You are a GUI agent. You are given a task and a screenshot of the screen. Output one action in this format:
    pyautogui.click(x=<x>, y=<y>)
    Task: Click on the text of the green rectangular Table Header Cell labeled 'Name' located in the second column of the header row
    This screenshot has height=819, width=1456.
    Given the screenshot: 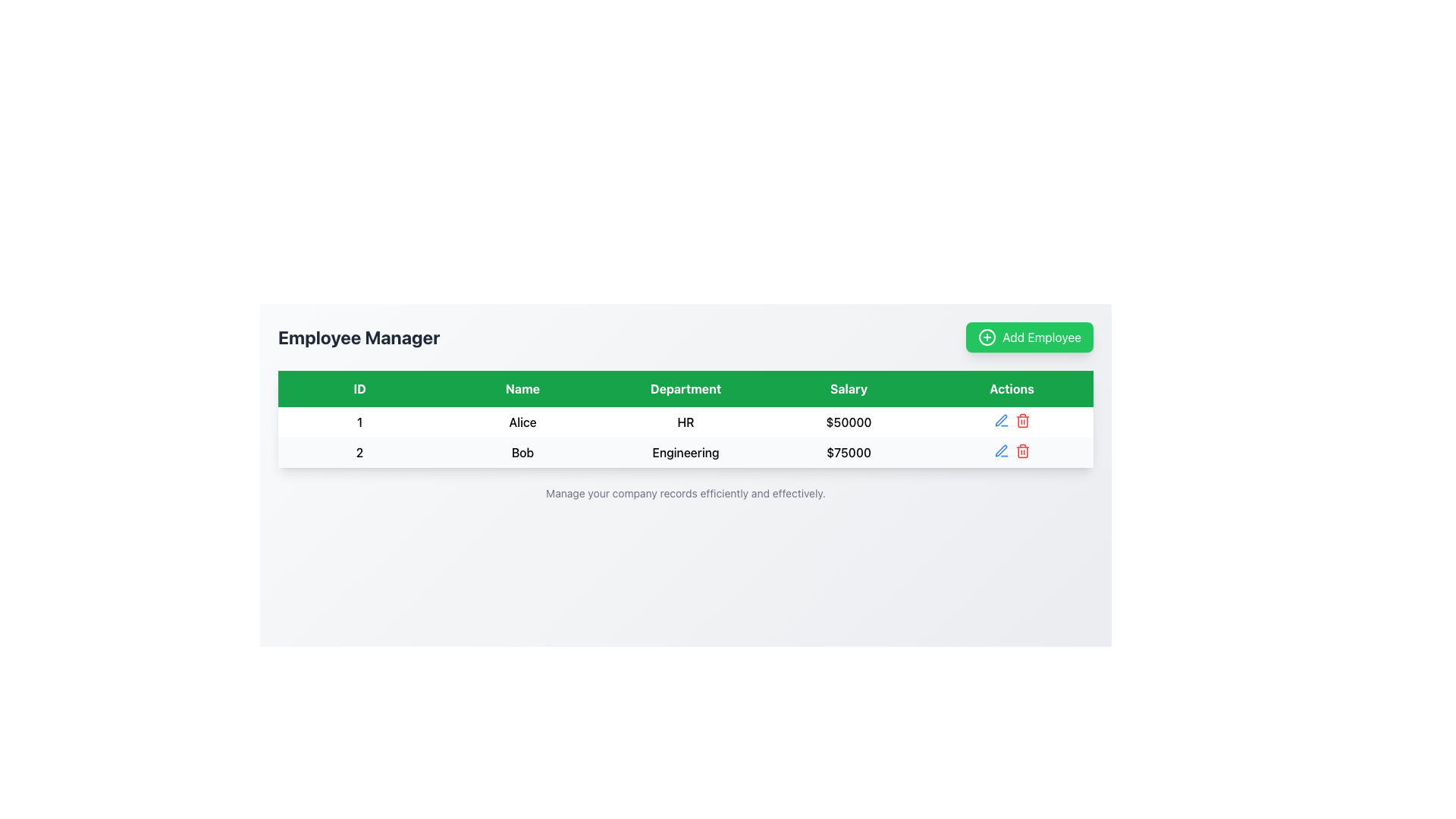 What is the action you would take?
    pyautogui.click(x=522, y=388)
    